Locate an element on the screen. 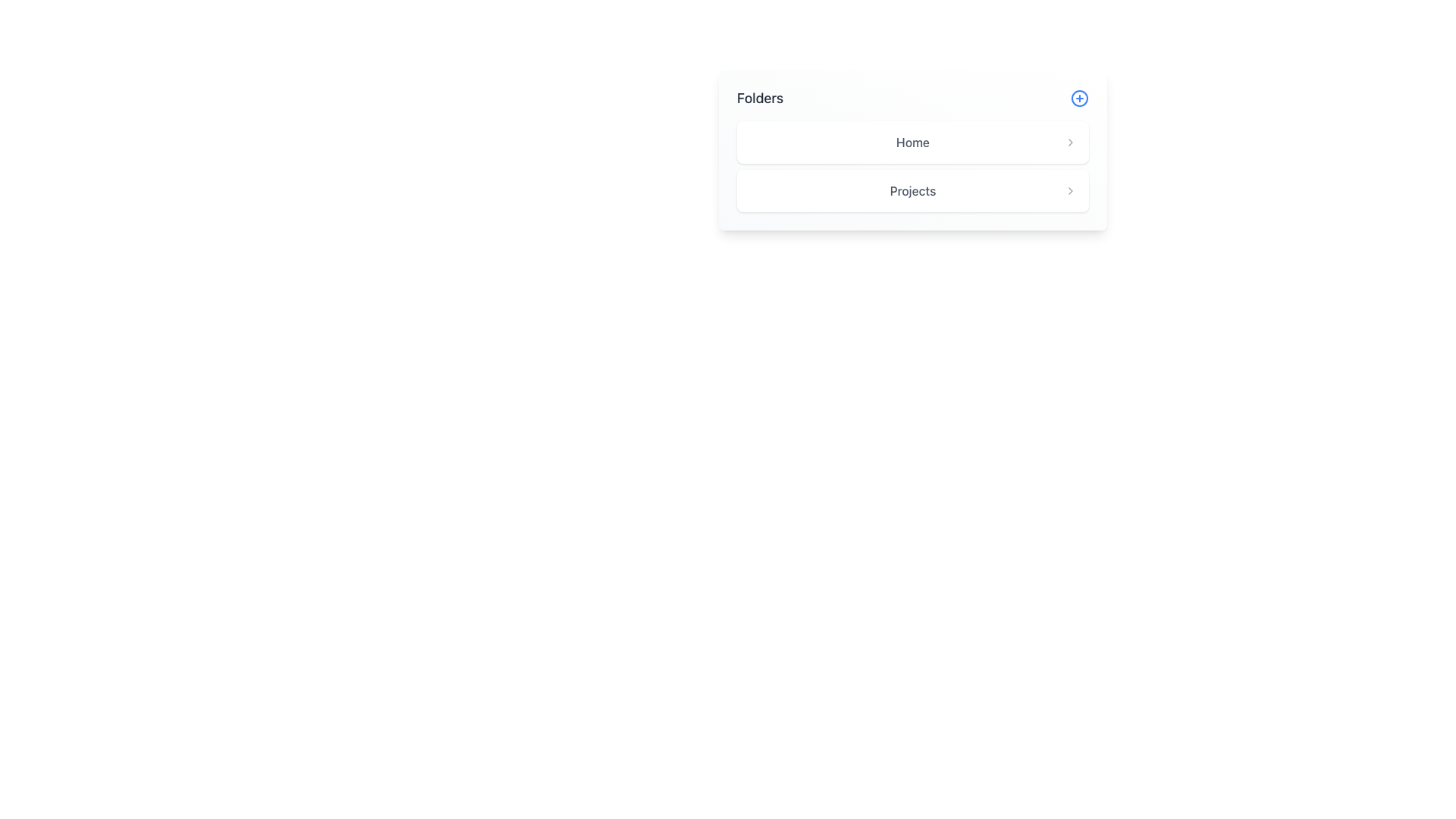 This screenshot has width=1456, height=819. the inner circle of the plus icon button located in the upper-right corner of the 'Folders' section is located at coordinates (1079, 99).